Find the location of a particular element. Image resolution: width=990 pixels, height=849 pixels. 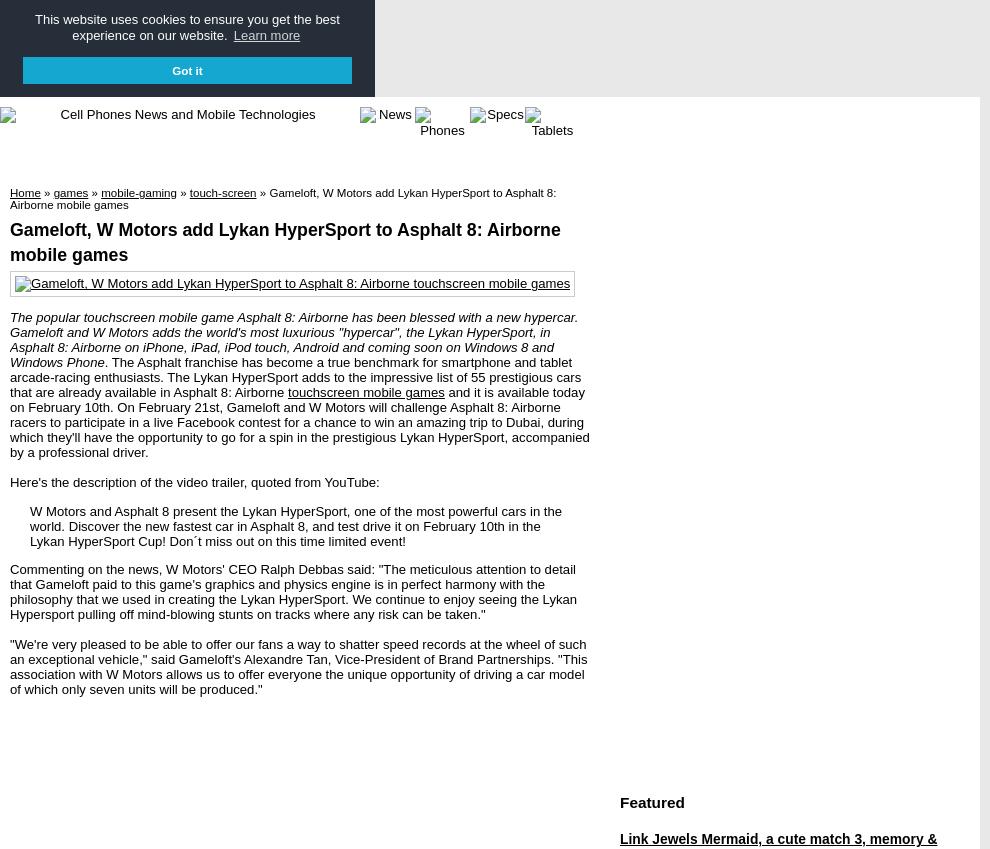

'Home' is located at coordinates (24, 191).